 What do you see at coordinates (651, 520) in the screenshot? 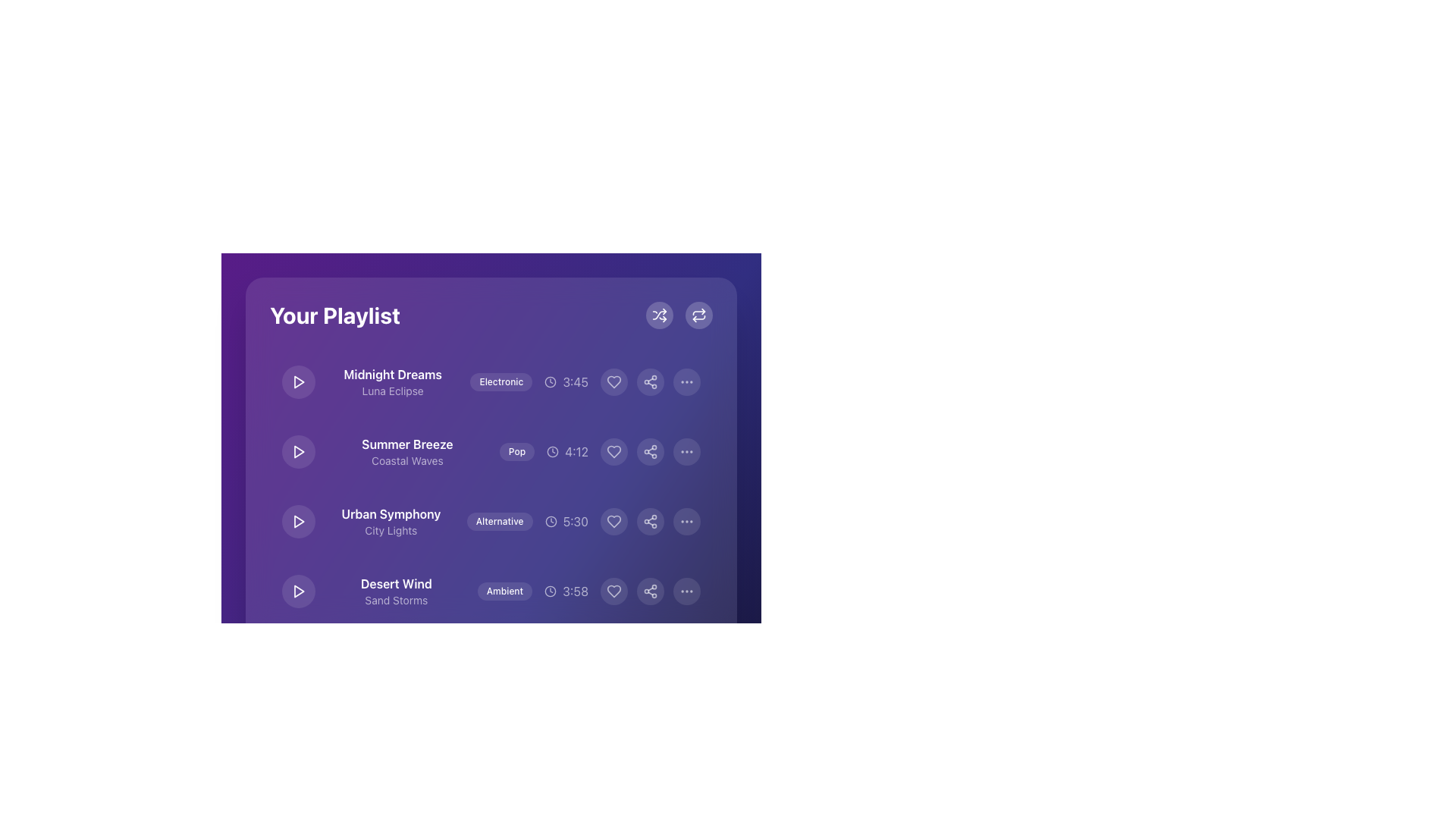
I see `the circular share button with three connected dots located to the right of the track titled 'Urban Symphony'` at bounding box center [651, 520].